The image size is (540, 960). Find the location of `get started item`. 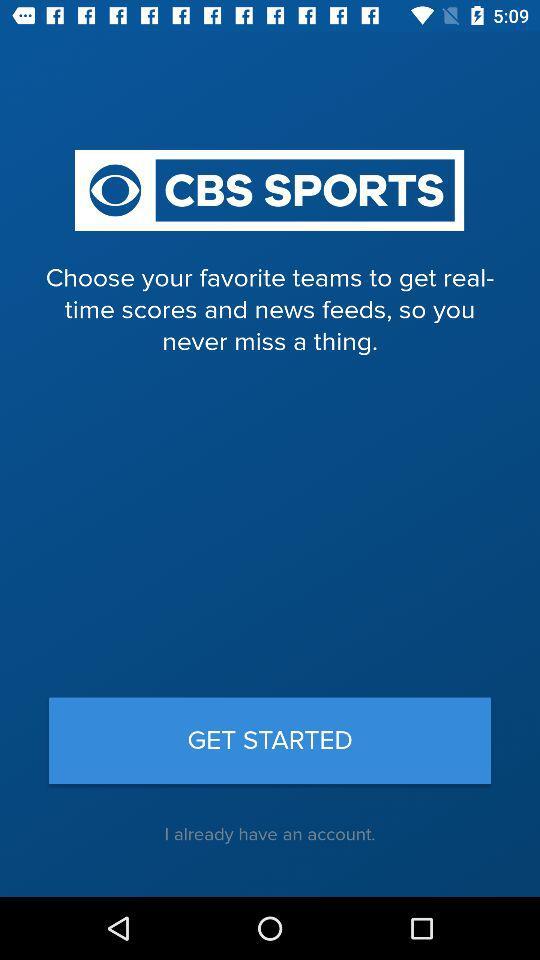

get started item is located at coordinates (270, 739).